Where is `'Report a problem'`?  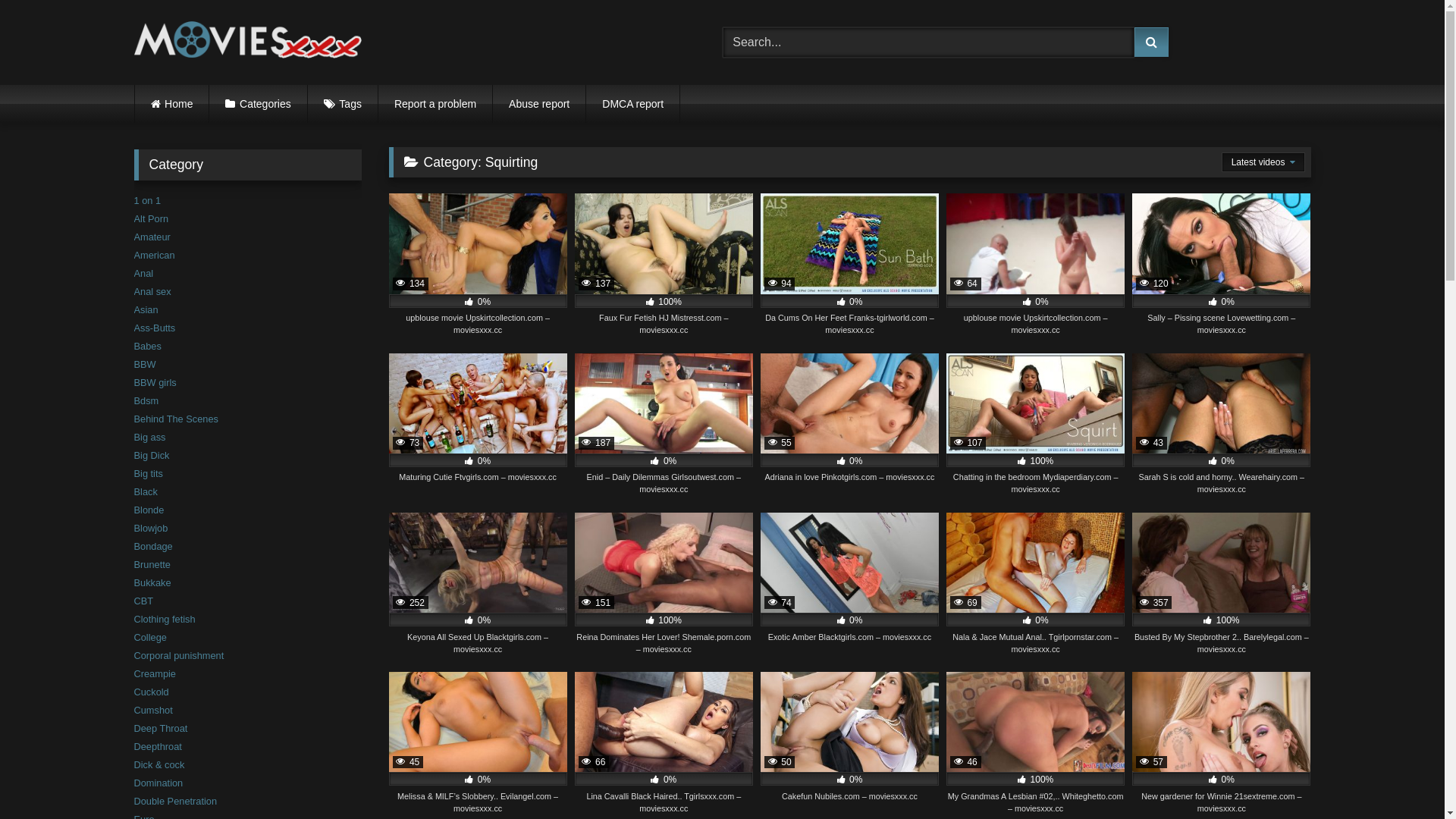
'Report a problem' is located at coordinates (435, 103).